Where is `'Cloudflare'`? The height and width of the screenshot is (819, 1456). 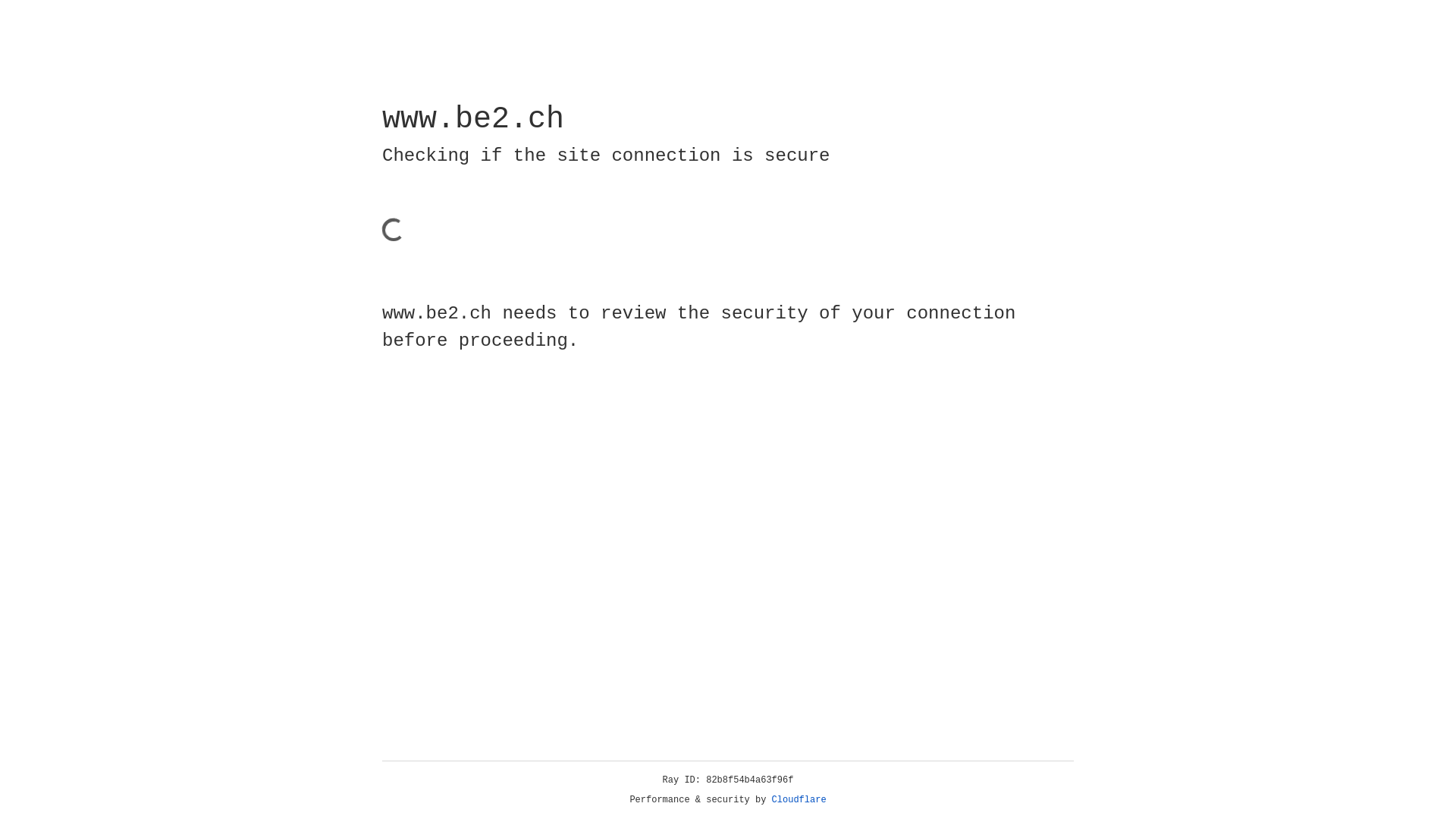 'Cloudflare' is located at coordinates (799, 799).